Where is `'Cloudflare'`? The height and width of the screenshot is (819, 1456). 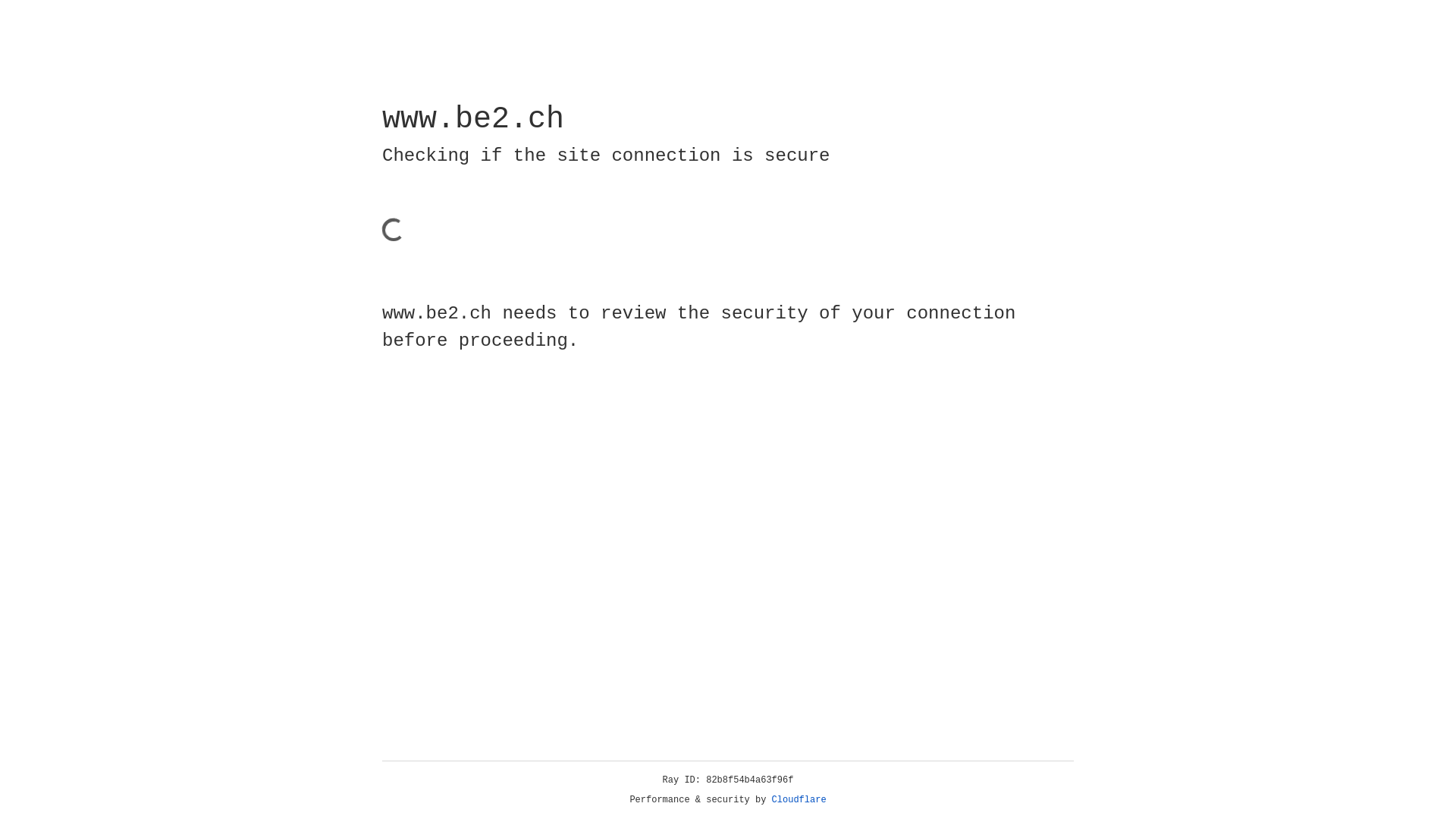 'Cloudflare' is located at coordinates (799, 799).